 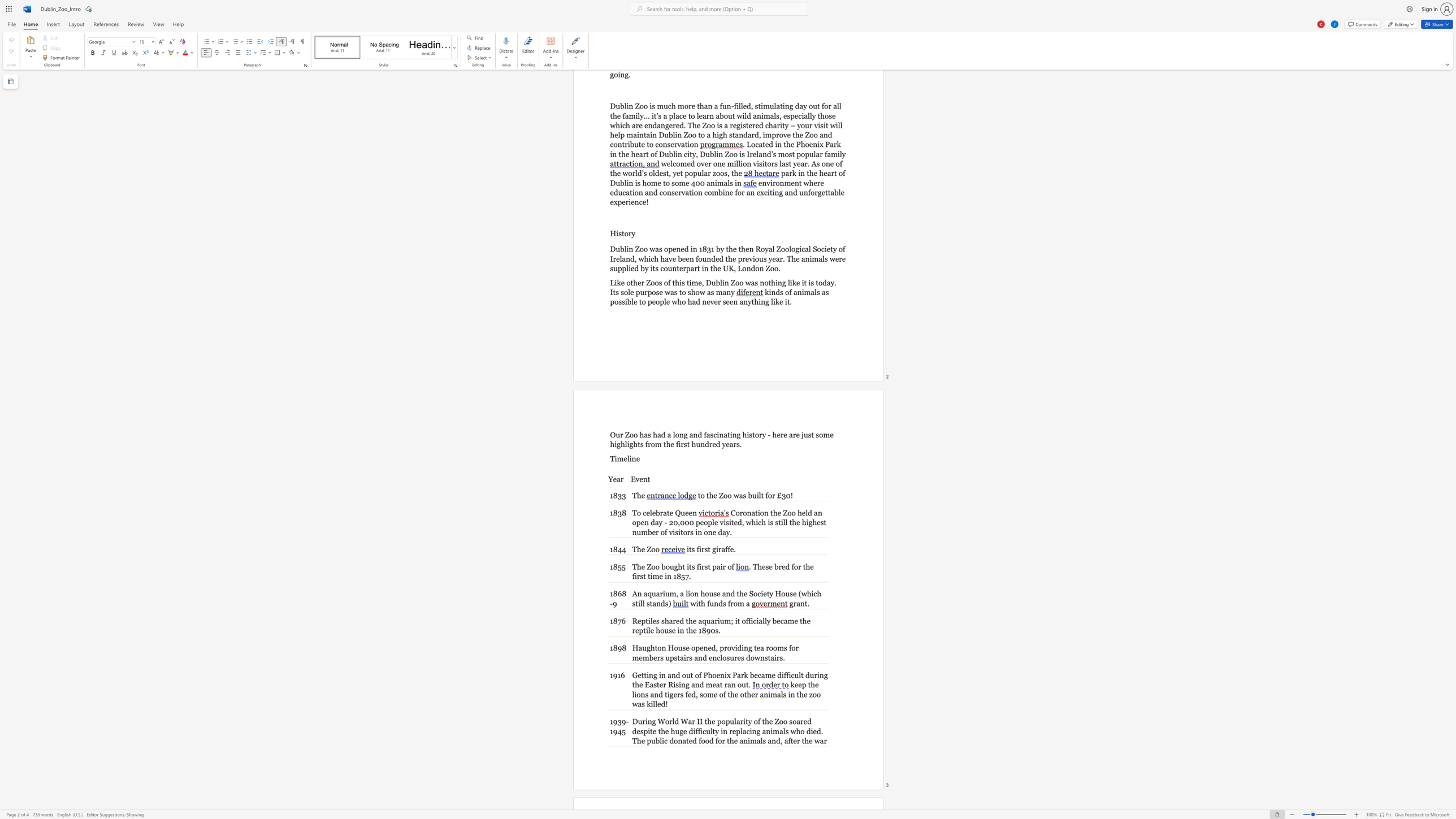 I want to click on the subset text "ty in replacing animals who died. The public donated" within the text "During World War II the popularity of the Zoo soared despite the huge difficulty in replacing animals who died. The public donated", so click(x=712, y=731).